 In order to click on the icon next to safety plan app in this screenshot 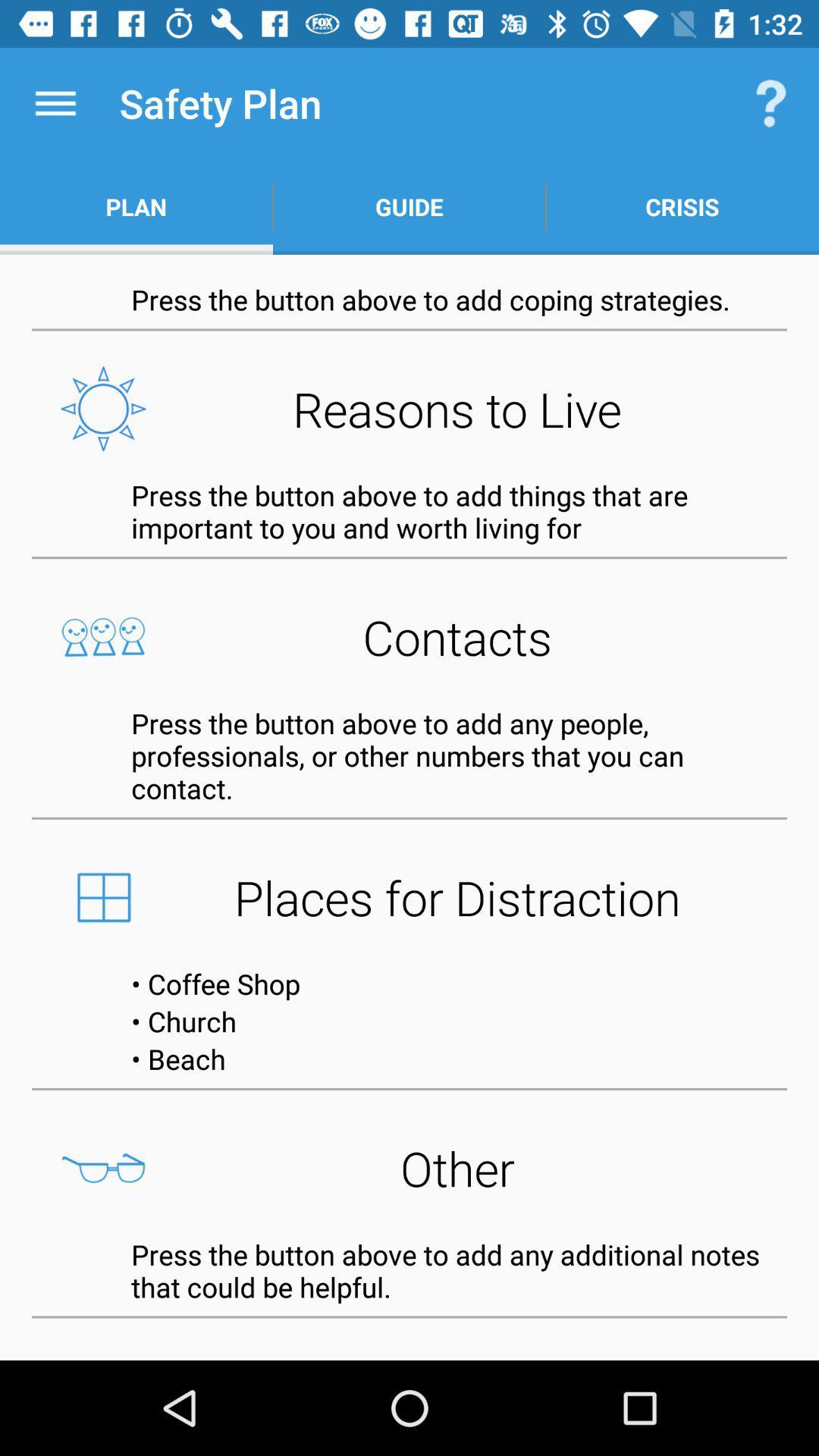, I will do `click(55, 102)`.